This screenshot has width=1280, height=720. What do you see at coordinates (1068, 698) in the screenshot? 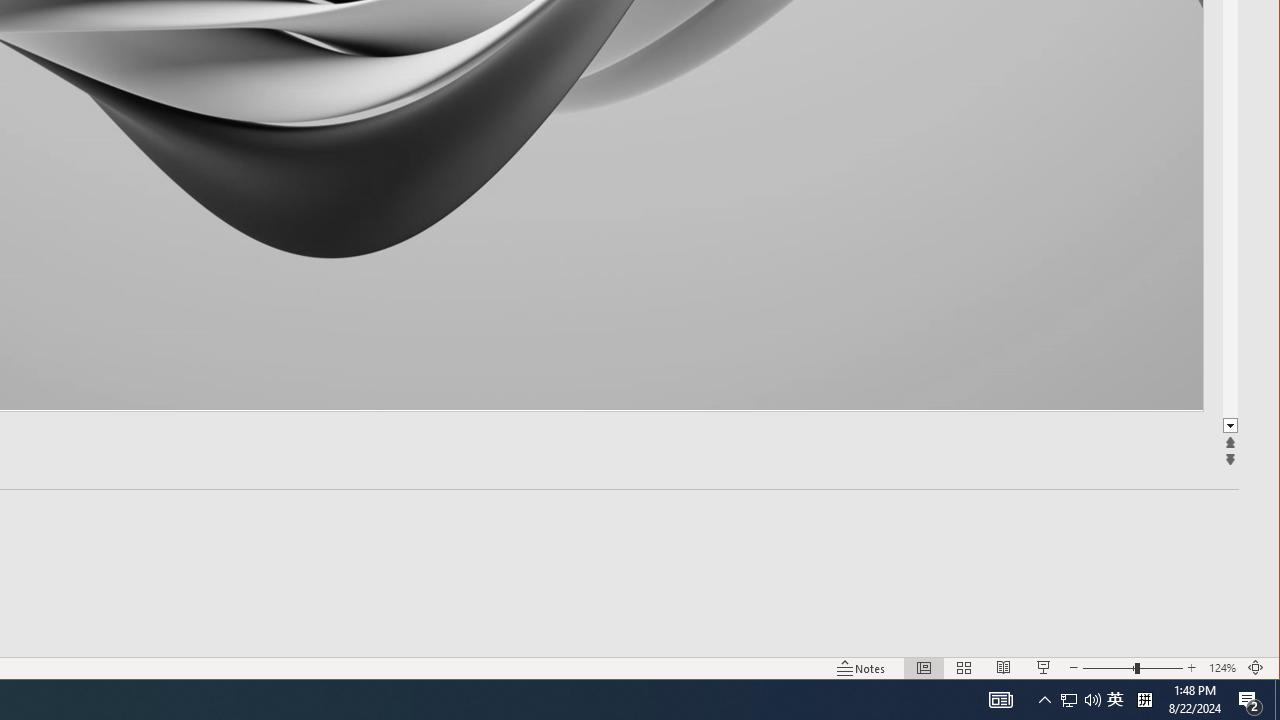
I see `'User Promoted Notification Area'` at bounding box center [1068, 698].